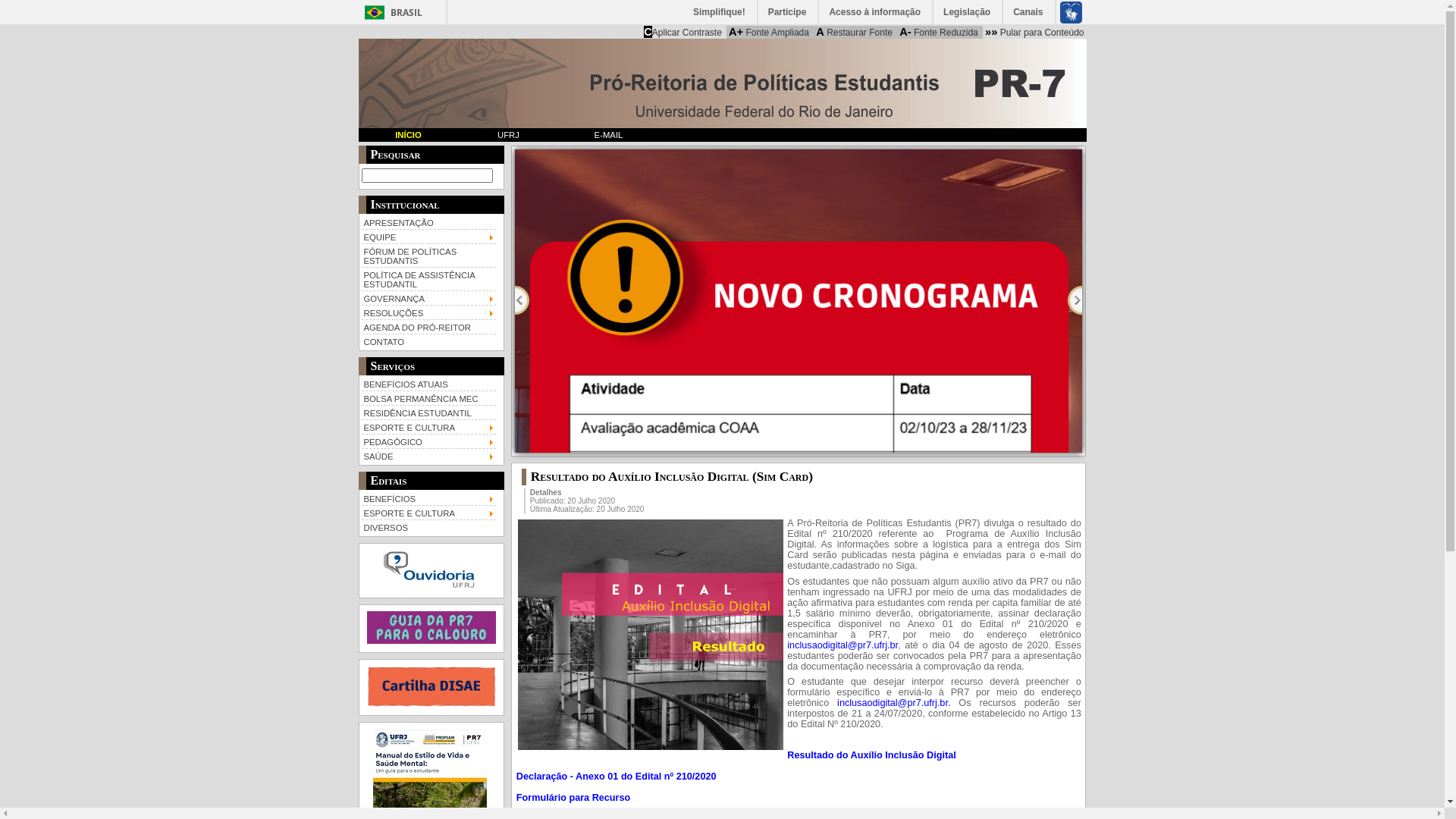  What do you see at coordinates (428, 426) in the screenshot?
I see `'ESPORTE E CULTURA'` at bounding box center [428, 426].